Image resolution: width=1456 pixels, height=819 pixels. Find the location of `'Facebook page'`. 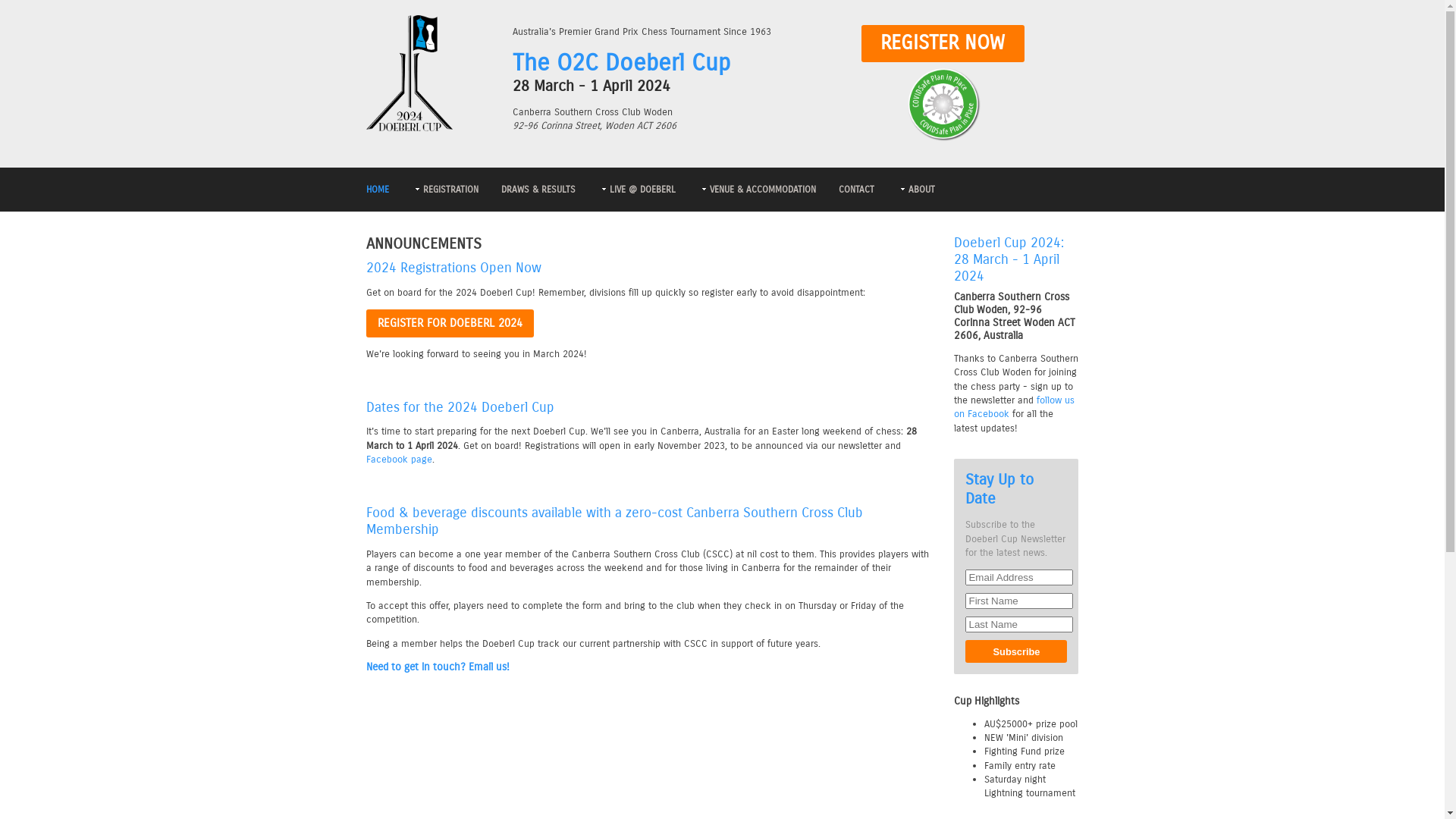

'Facebook page' is located at coordinates (398, 458).